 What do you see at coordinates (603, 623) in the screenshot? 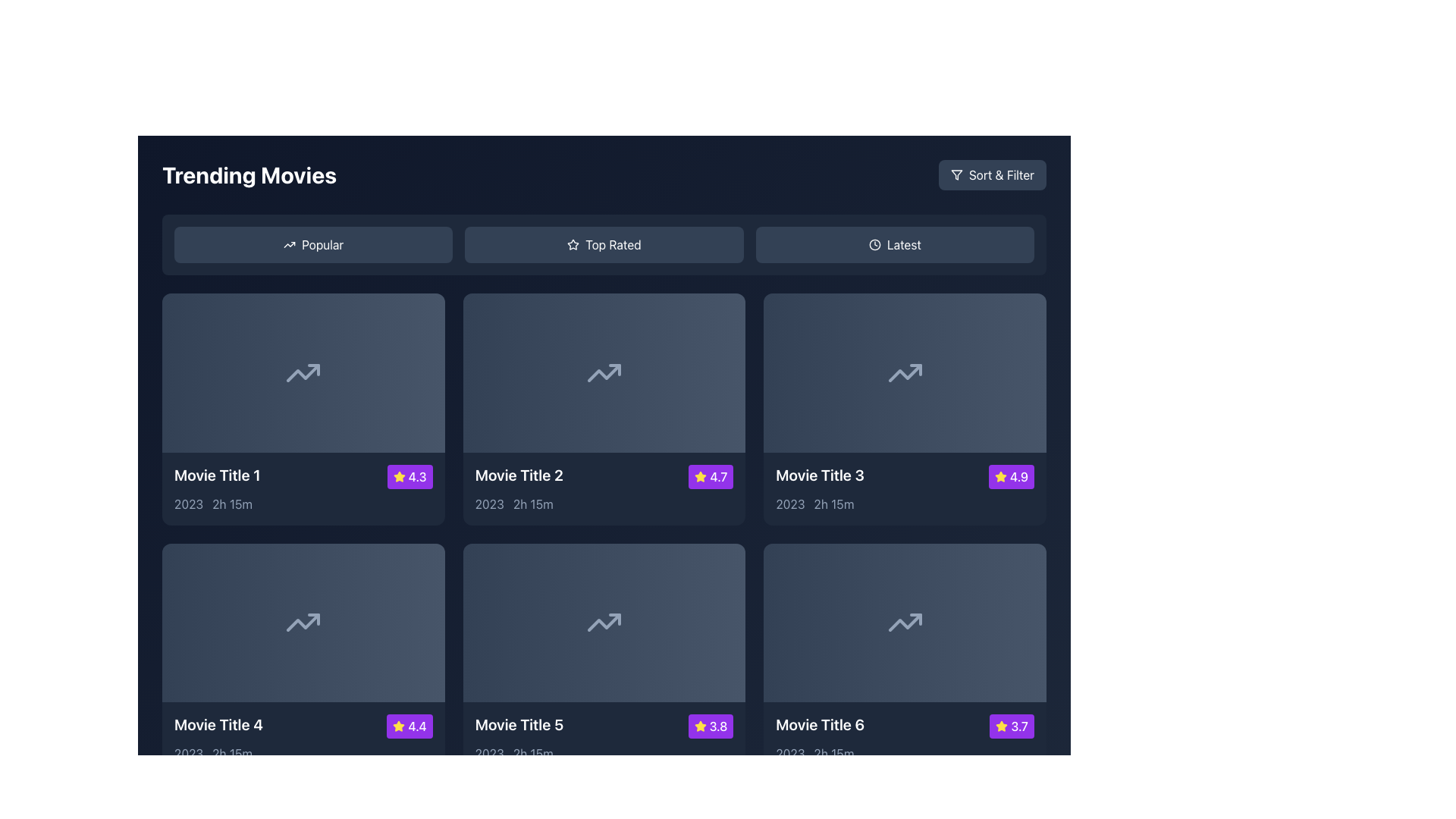
I see `the decorative icon centered within the movie card labeled 'Movie Title 5', located in the second row, second column from the right in the grid layout` at bounding box center [603, 623].